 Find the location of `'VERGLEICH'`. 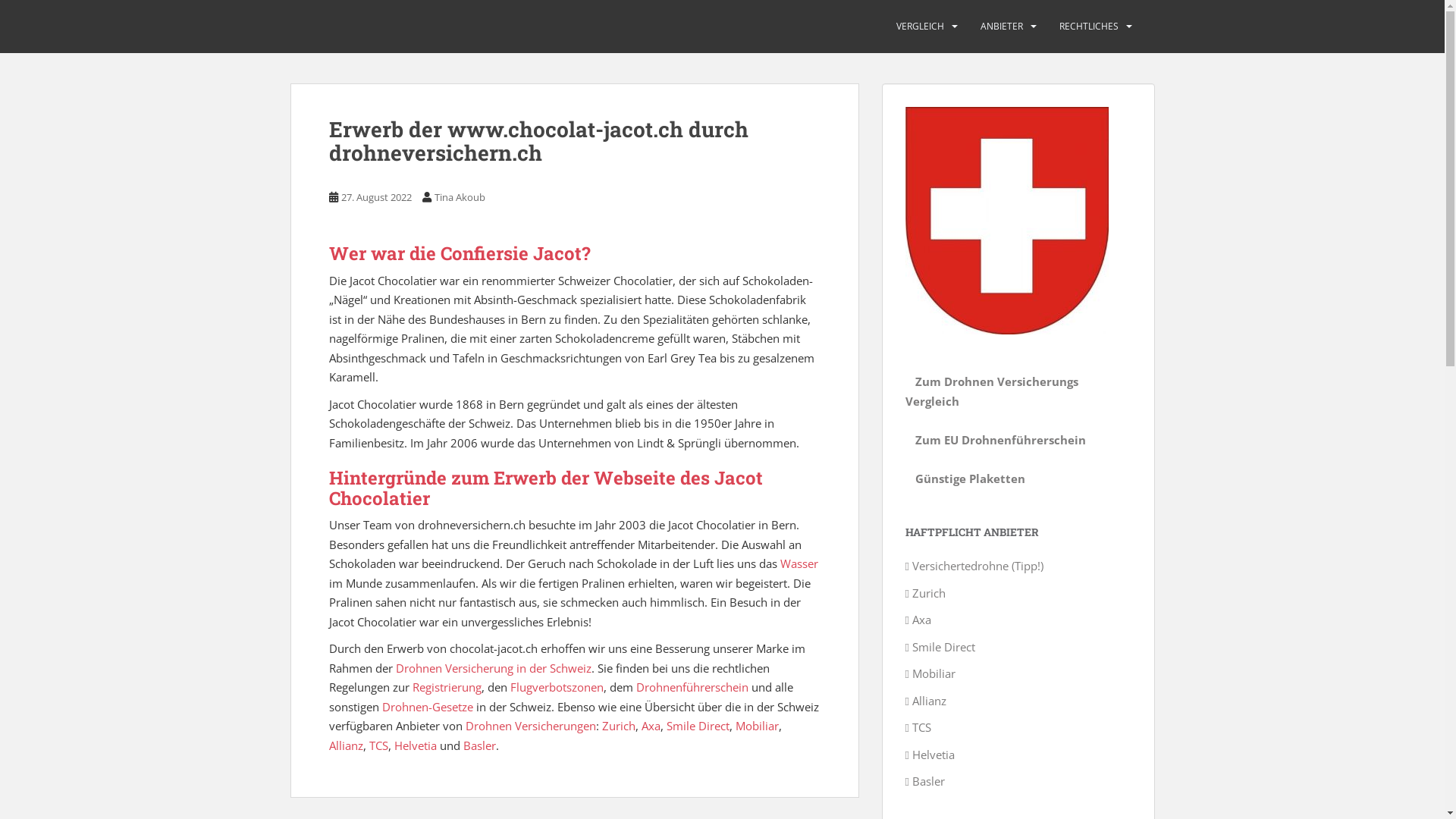

'VERGLEICH' is located at coordinates (919, 26).